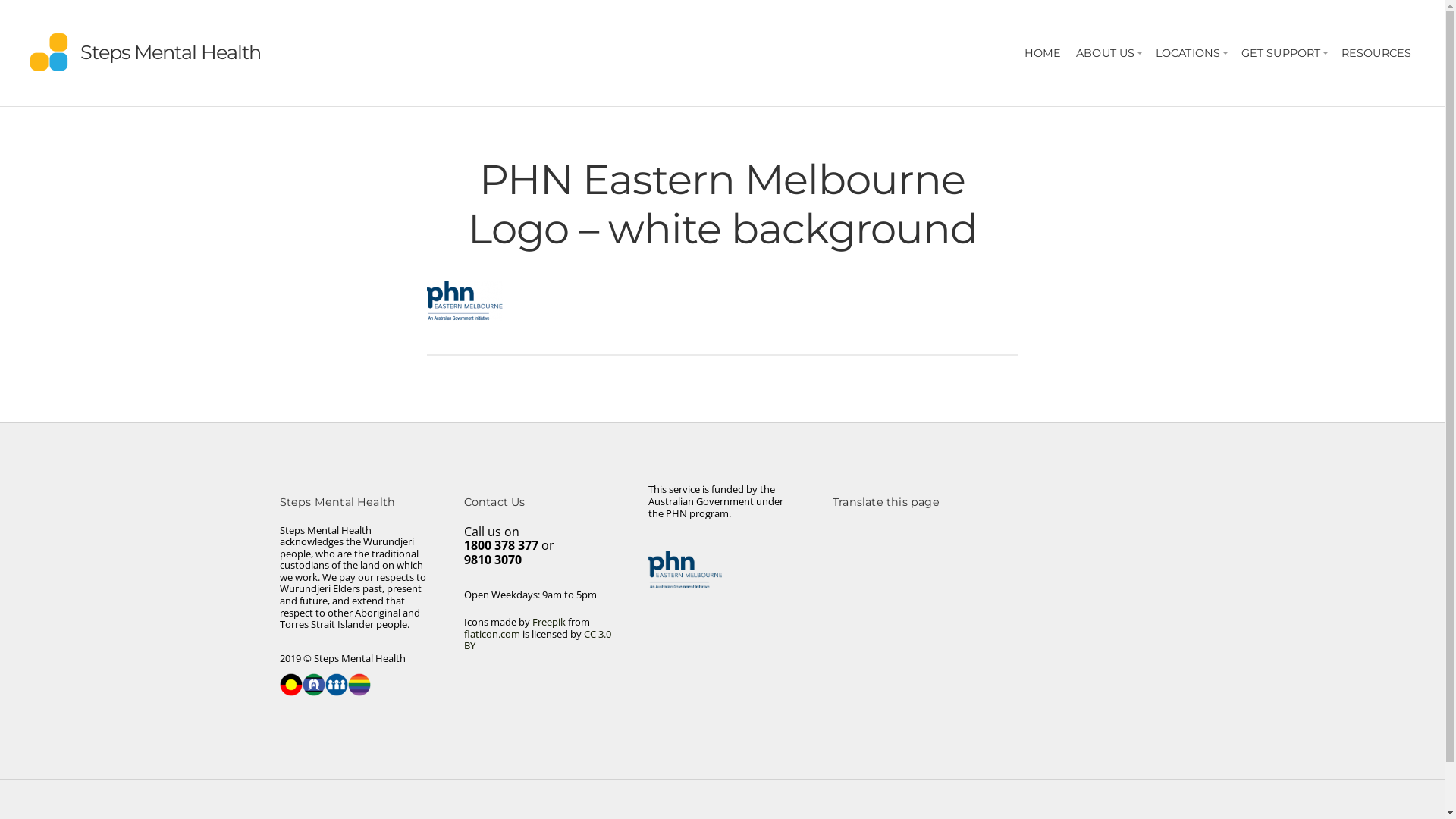  I want to click on 'Steps Mental Health', so click(171, 51).